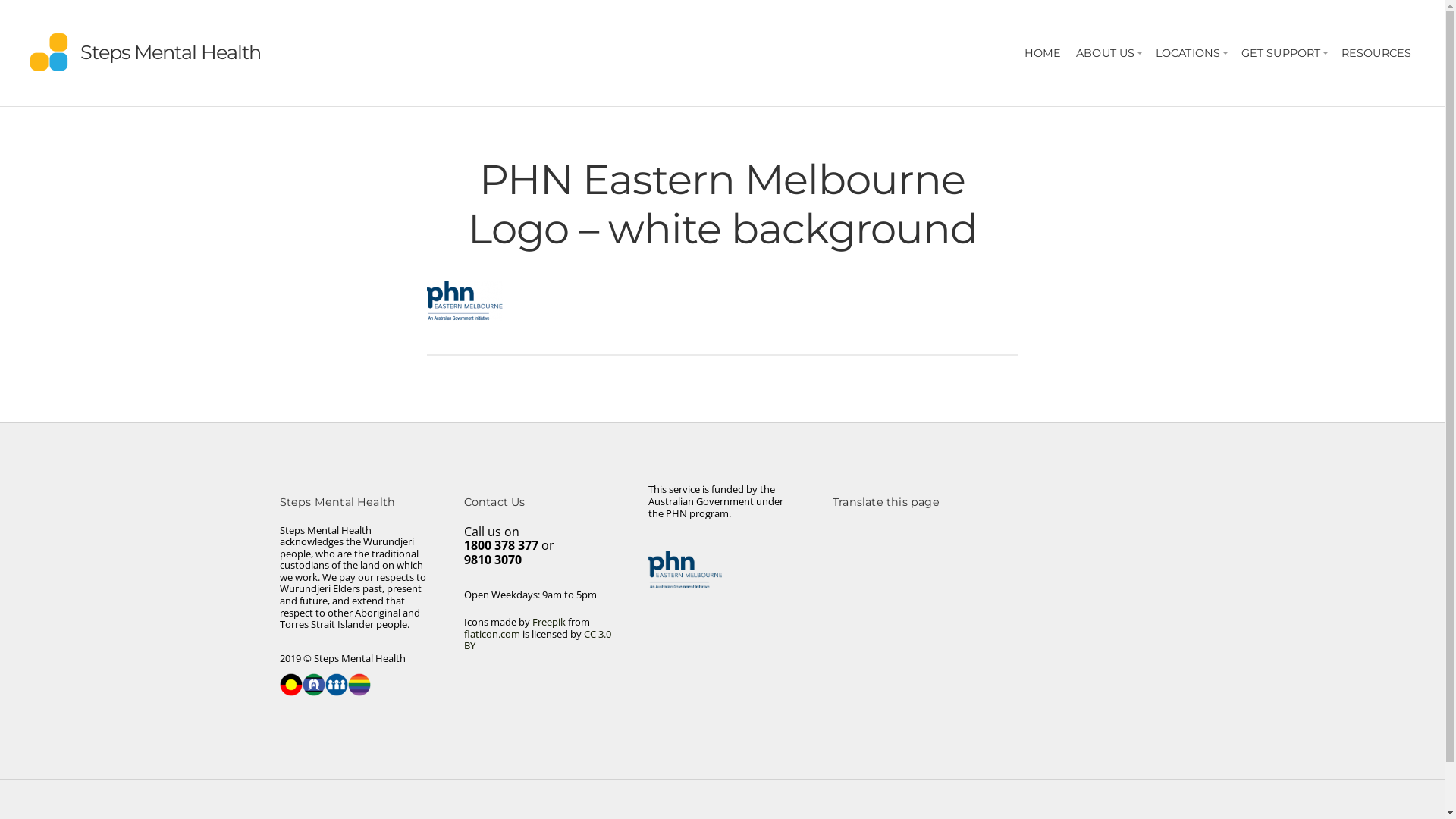  I want to click on 'Steps Mental Health', so click(171, 51).